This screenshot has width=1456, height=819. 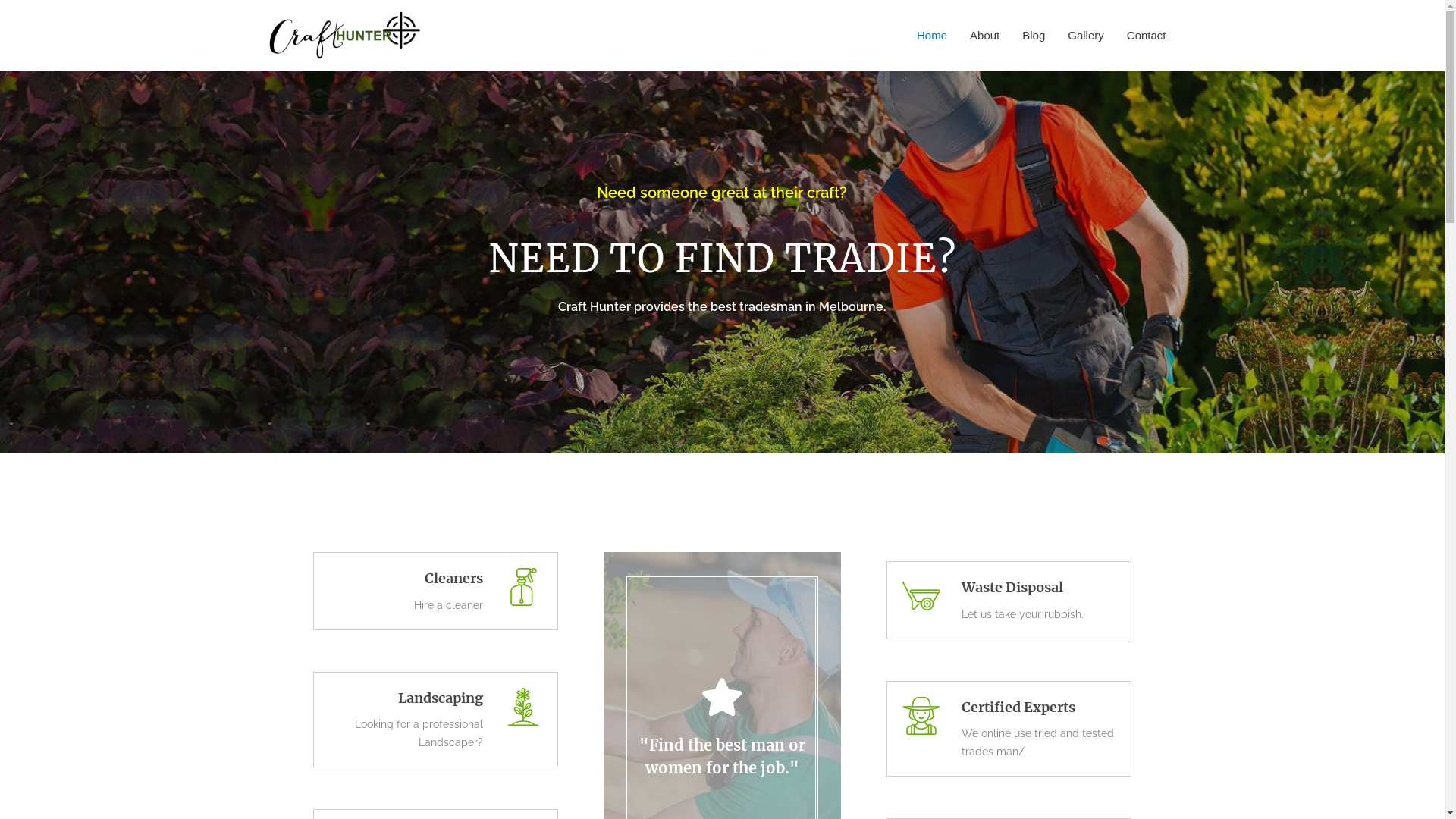 I want to click on 'Need someone great at their craft?', so click(x=720, y=192).